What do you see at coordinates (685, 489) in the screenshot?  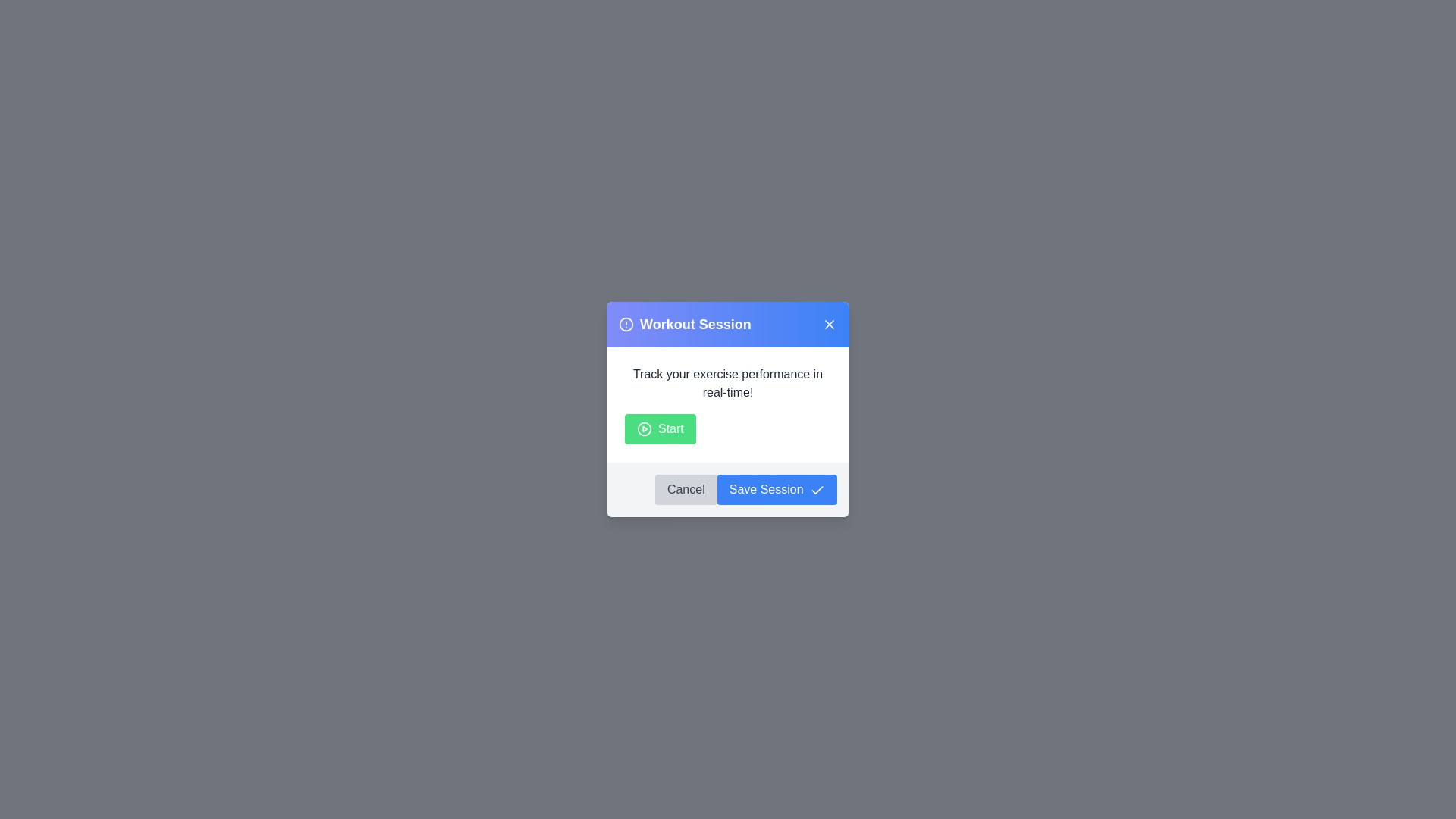 I see `the Cancel button to close the dialog` at bounding box center [685, 489].